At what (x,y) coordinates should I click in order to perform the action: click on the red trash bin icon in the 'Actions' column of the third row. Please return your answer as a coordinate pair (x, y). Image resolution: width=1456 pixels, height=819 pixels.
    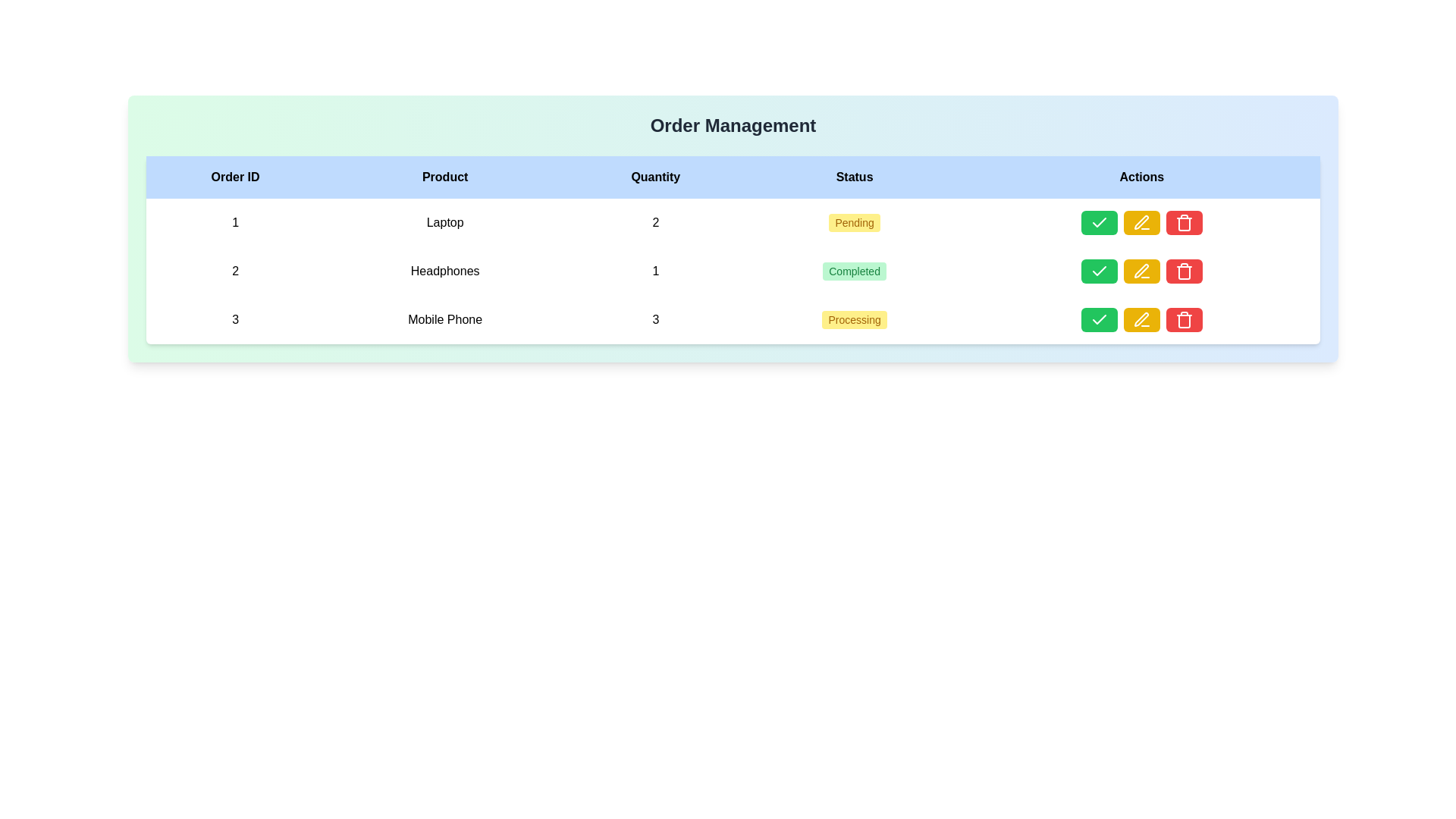
    Looking at the image, I should click on (1183, 224).